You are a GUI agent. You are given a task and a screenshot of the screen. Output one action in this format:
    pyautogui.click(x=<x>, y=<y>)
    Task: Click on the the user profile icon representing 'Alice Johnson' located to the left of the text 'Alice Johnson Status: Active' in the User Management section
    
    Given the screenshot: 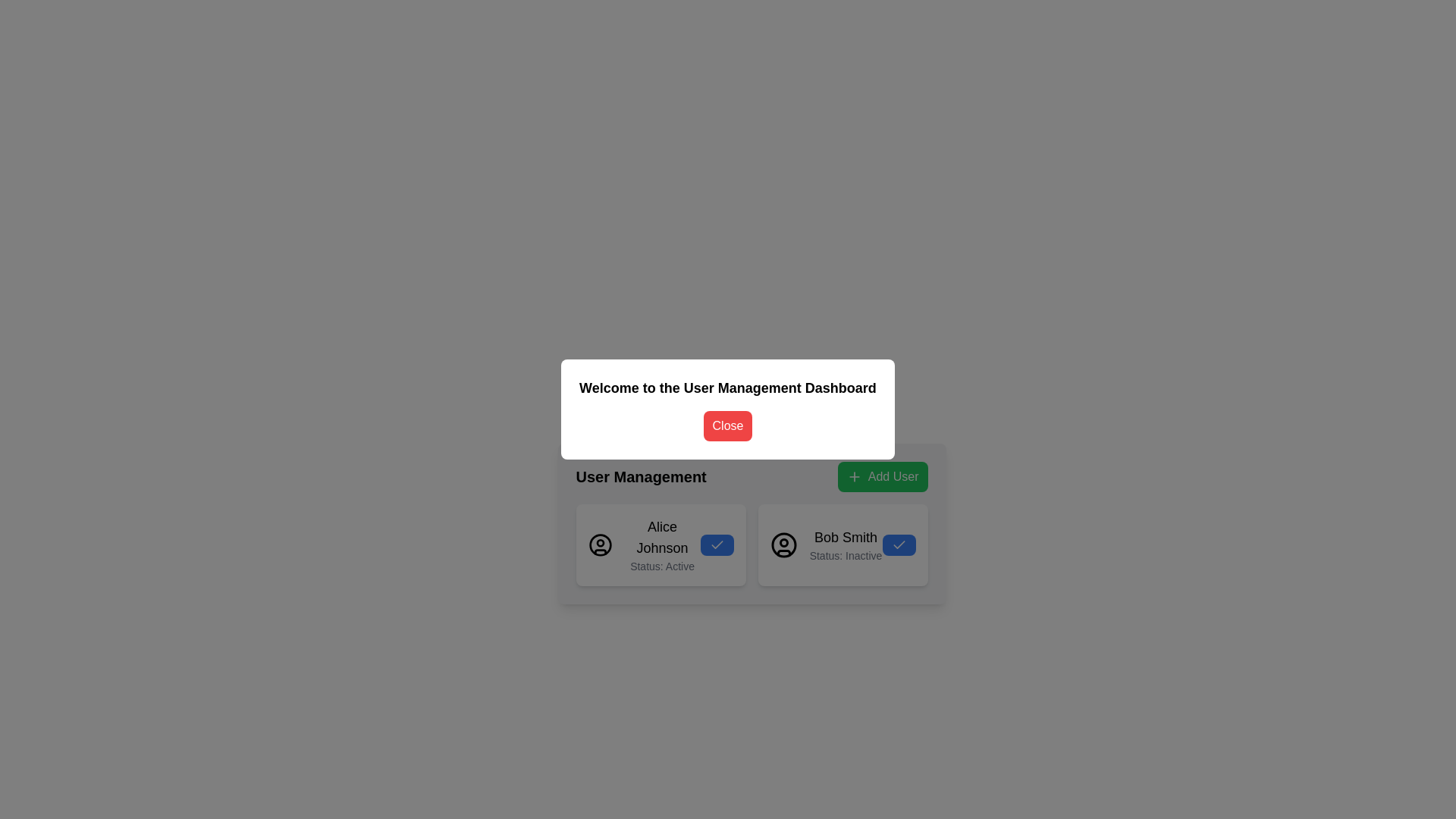 What is the action you would take?
    pyautogui.click(x=599, y=544)
    